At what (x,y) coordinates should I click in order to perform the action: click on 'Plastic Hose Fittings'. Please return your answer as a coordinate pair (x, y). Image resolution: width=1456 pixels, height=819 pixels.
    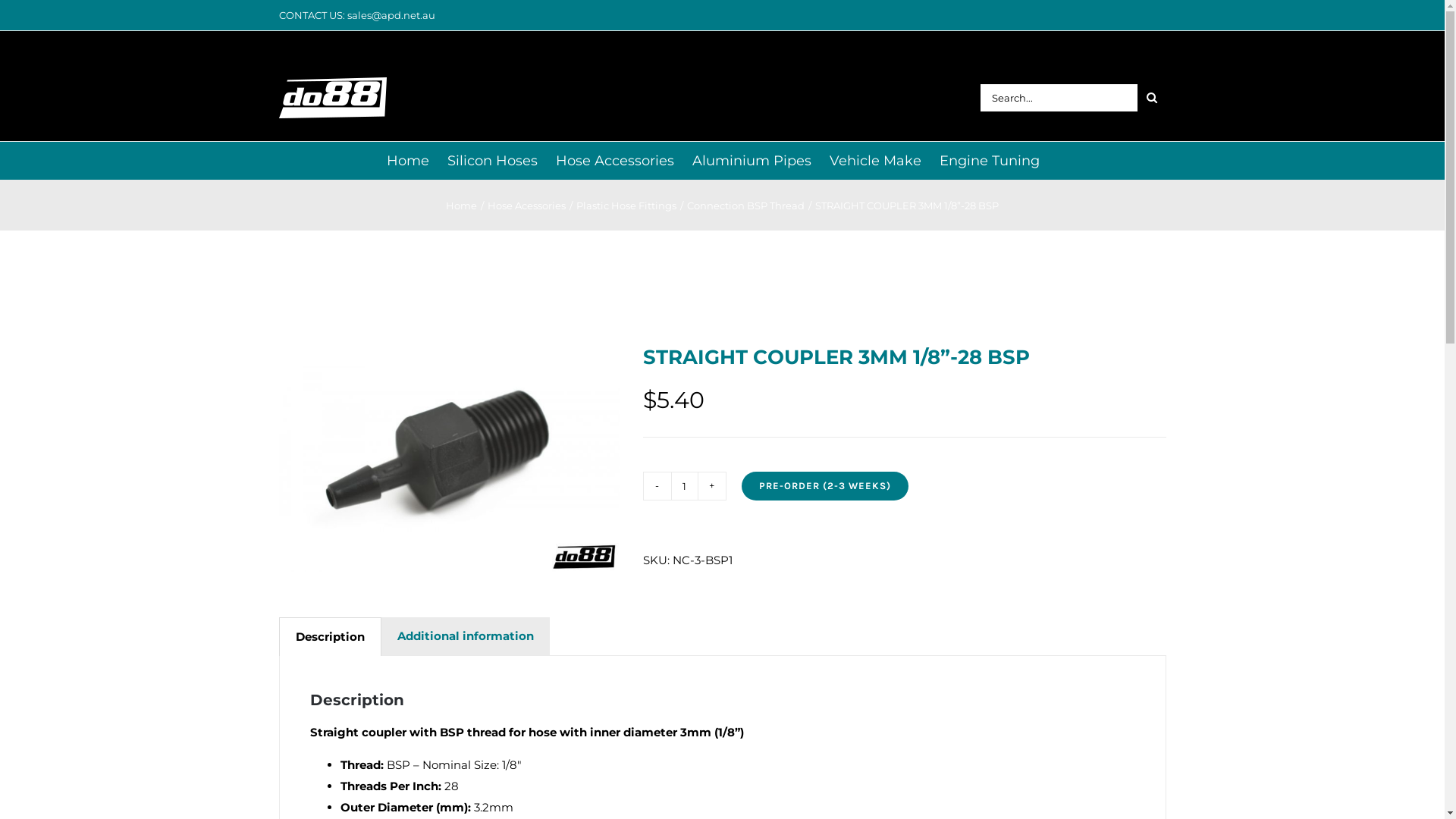
    Looking at the image, I should click on (626, 205).